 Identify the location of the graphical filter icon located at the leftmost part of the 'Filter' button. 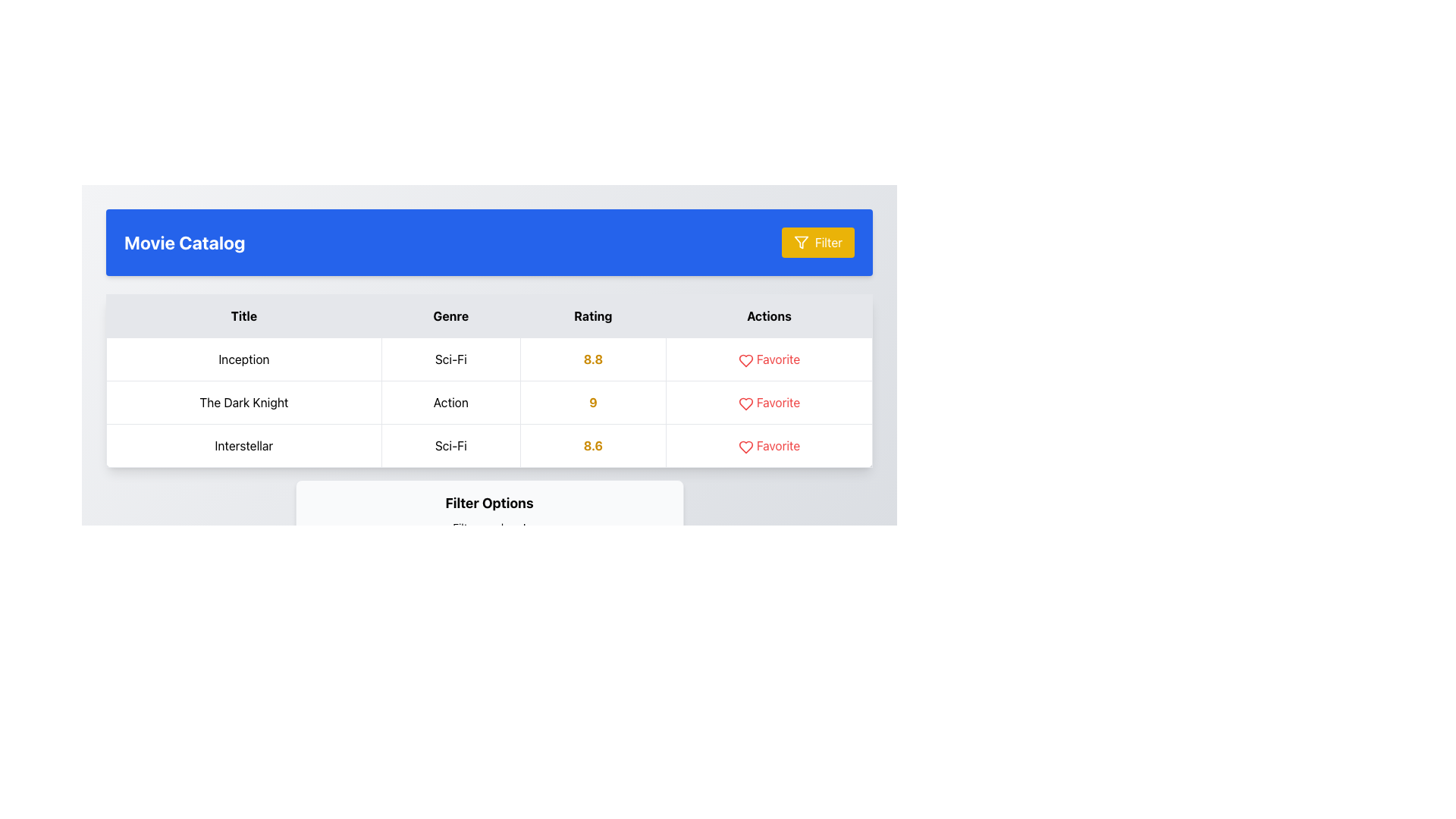
(800, 242).